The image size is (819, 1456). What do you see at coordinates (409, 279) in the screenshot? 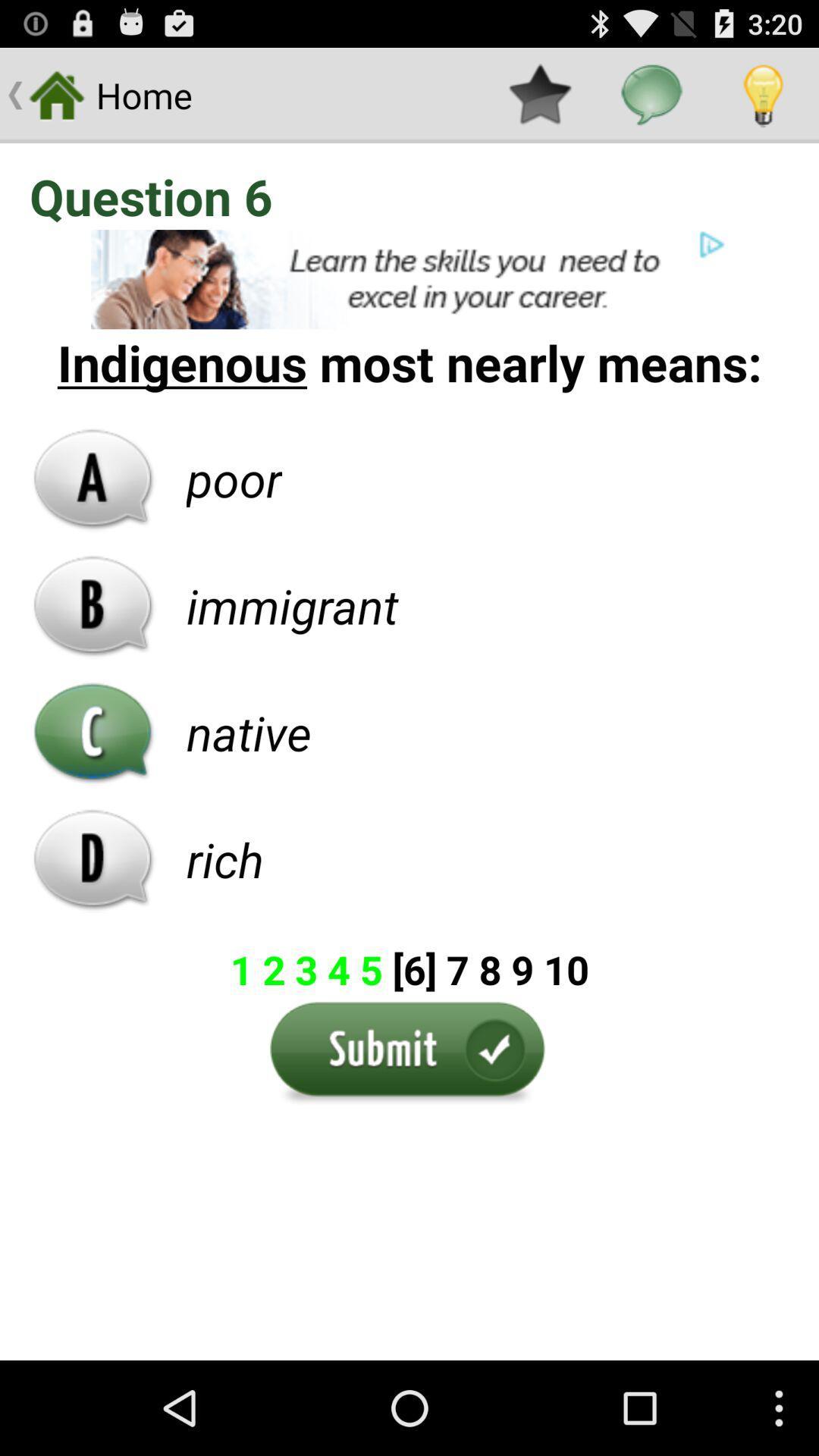
I see `click advertisement` at bounding box center [409, 279].